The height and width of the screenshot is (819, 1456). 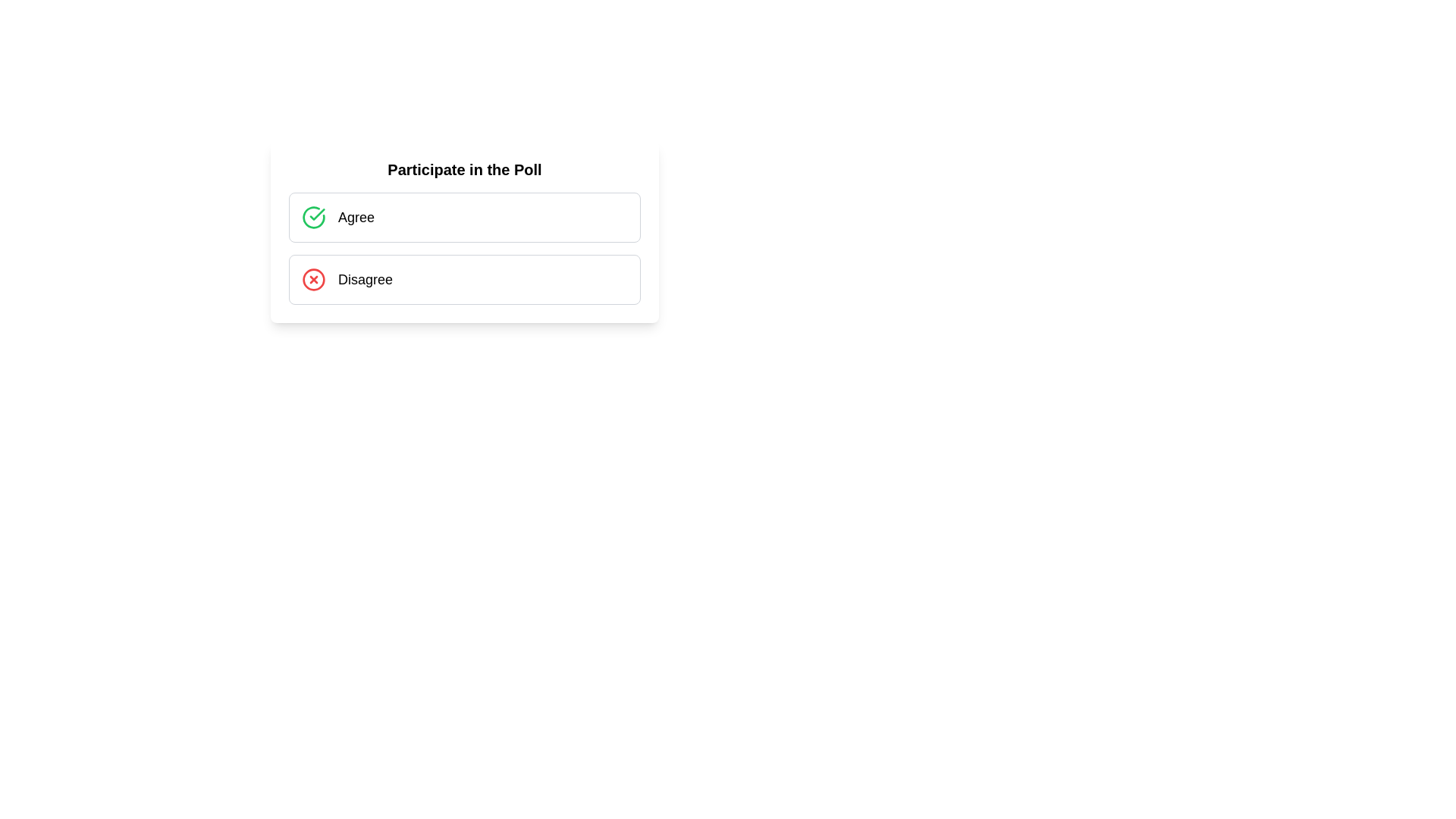 I want to click on the 'Disagree' icon in the poll options, which is located to the left of the label 'Disagree', so click(x=312, y=280).